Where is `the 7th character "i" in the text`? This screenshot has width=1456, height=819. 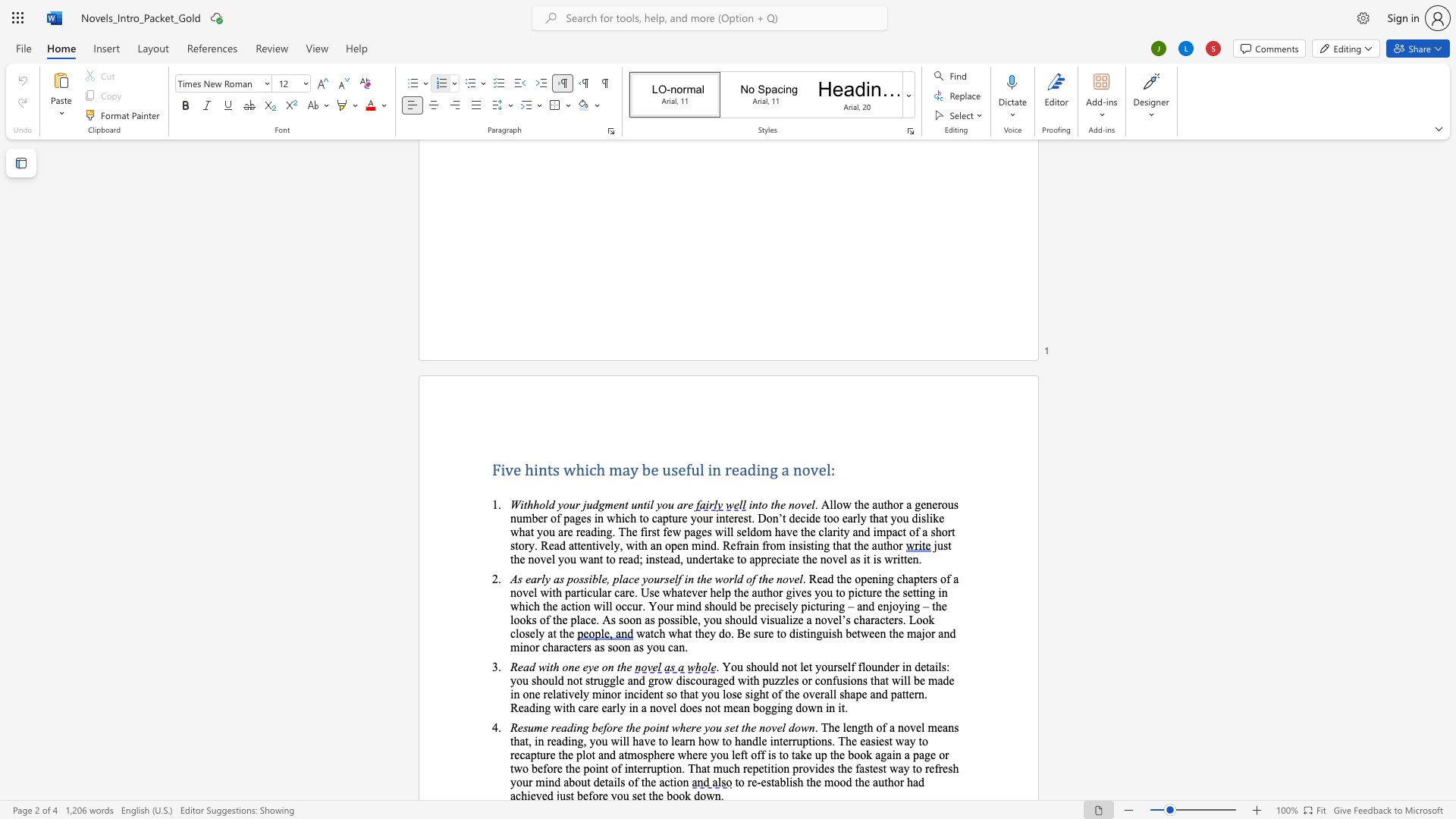
the 7th character "i" in the text is located at coordinates (779, 708).